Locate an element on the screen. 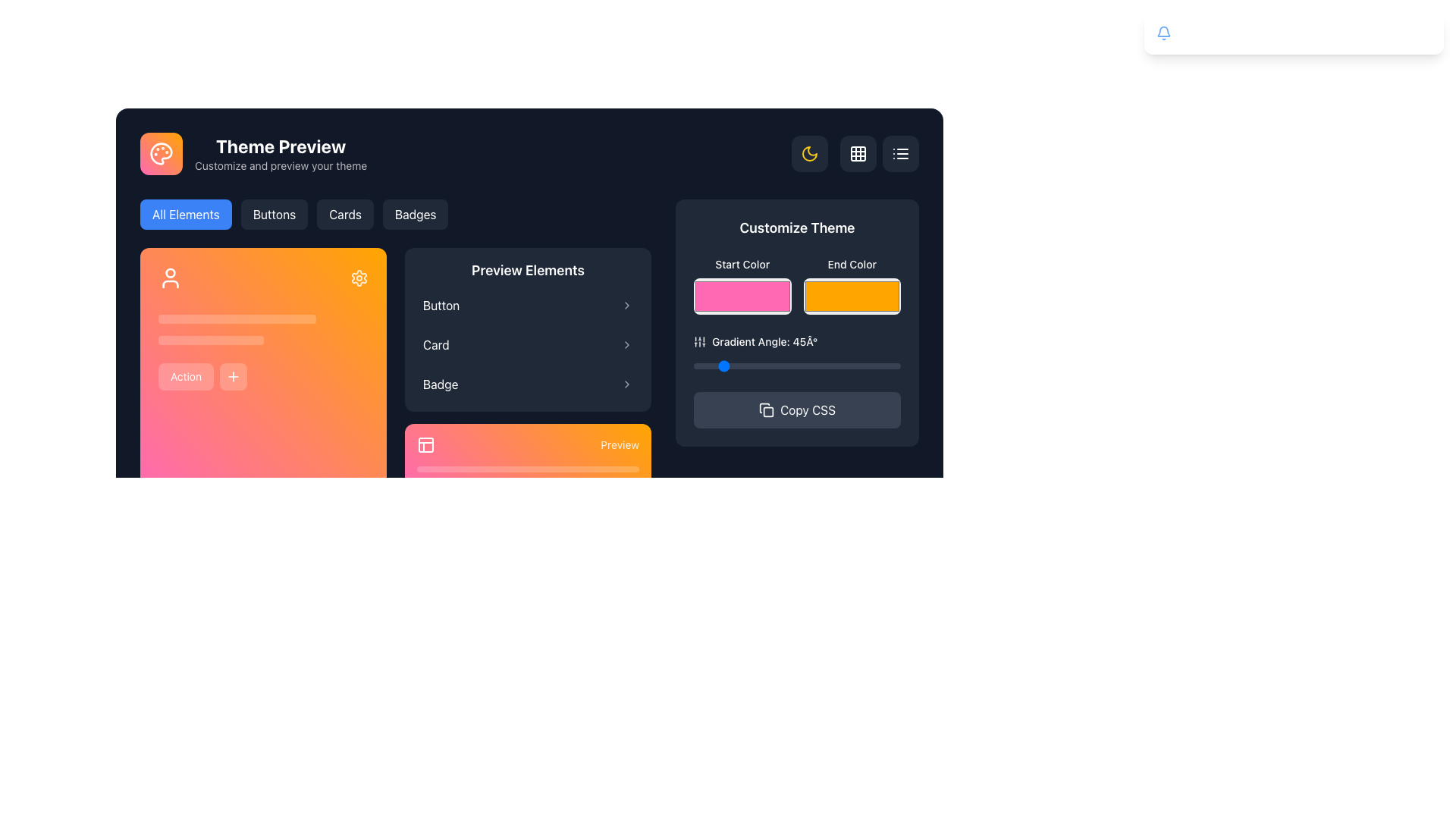 The height and width of the screenshot is (819, 1456). the navigational button for 'Badges' in the upper menu bar to change its background color is located at coordinates (416, 214).